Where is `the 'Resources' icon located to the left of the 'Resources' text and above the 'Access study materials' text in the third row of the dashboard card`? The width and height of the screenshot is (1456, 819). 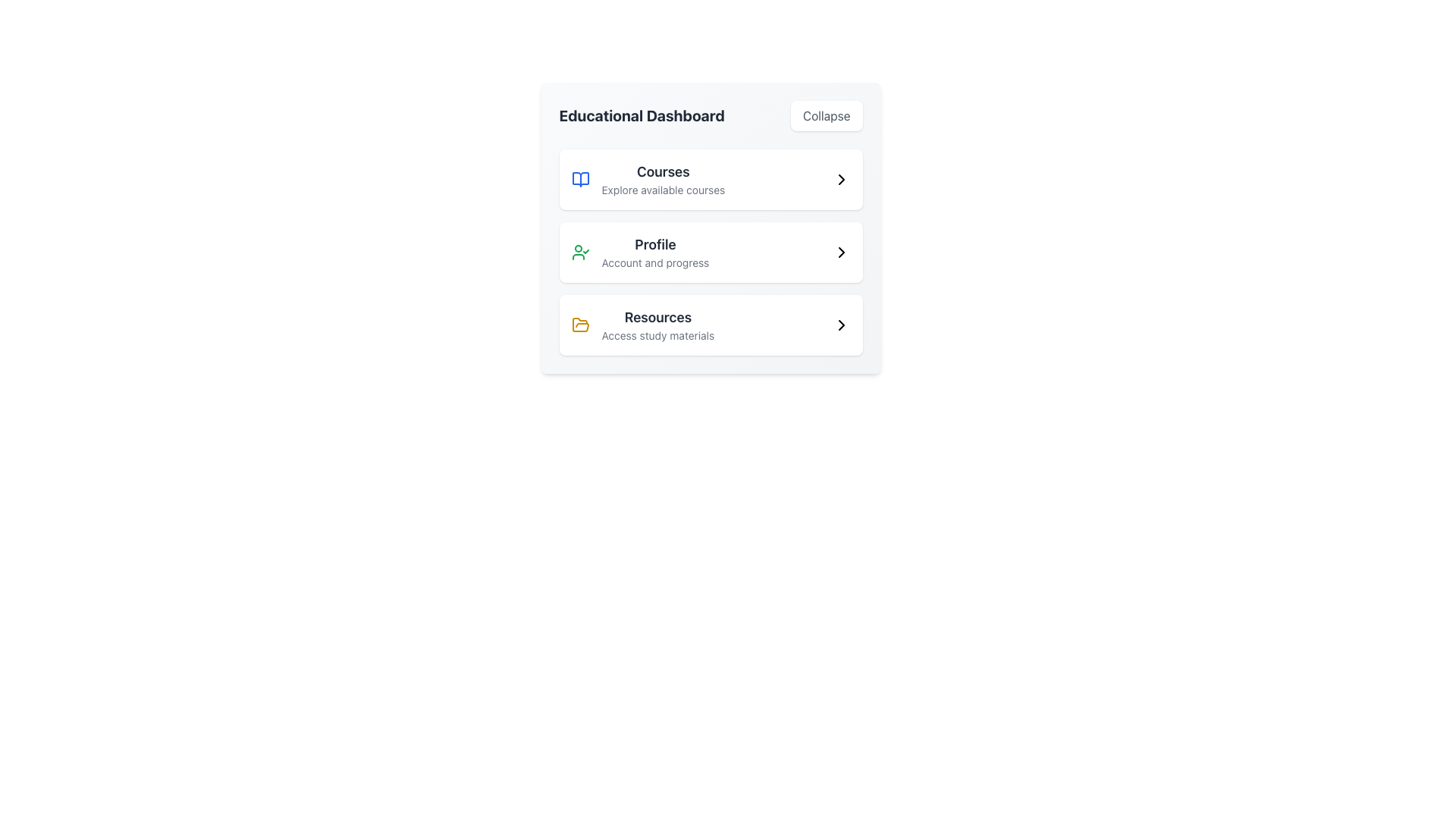 the 'Resources' icon located to the left of the 'Resources' text and above the 'Access study materials' text in the third row of the dashboard card is located at coordinates (579, 324).